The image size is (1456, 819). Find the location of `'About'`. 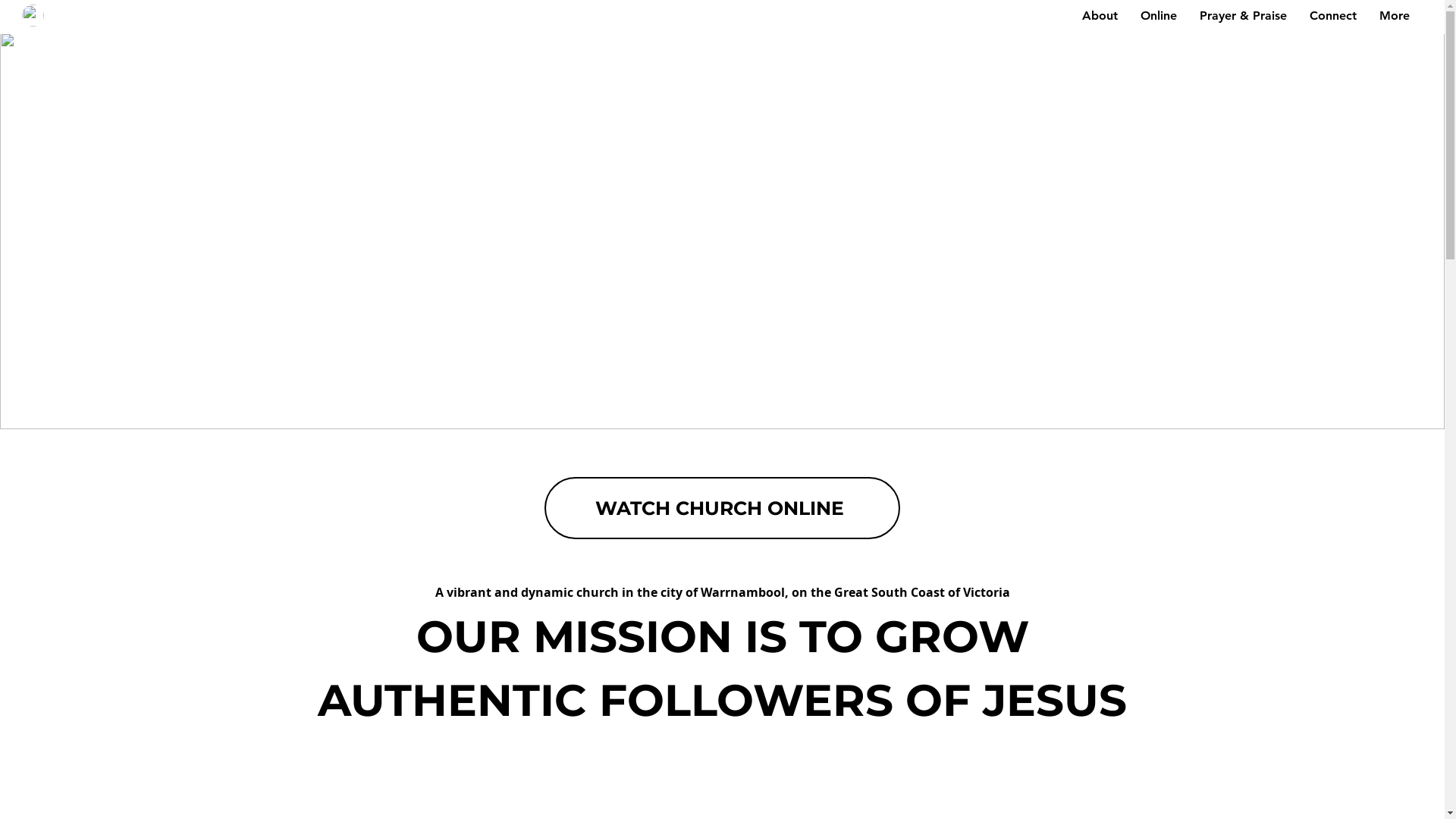

'About' is located at coordinates (1069, 15).